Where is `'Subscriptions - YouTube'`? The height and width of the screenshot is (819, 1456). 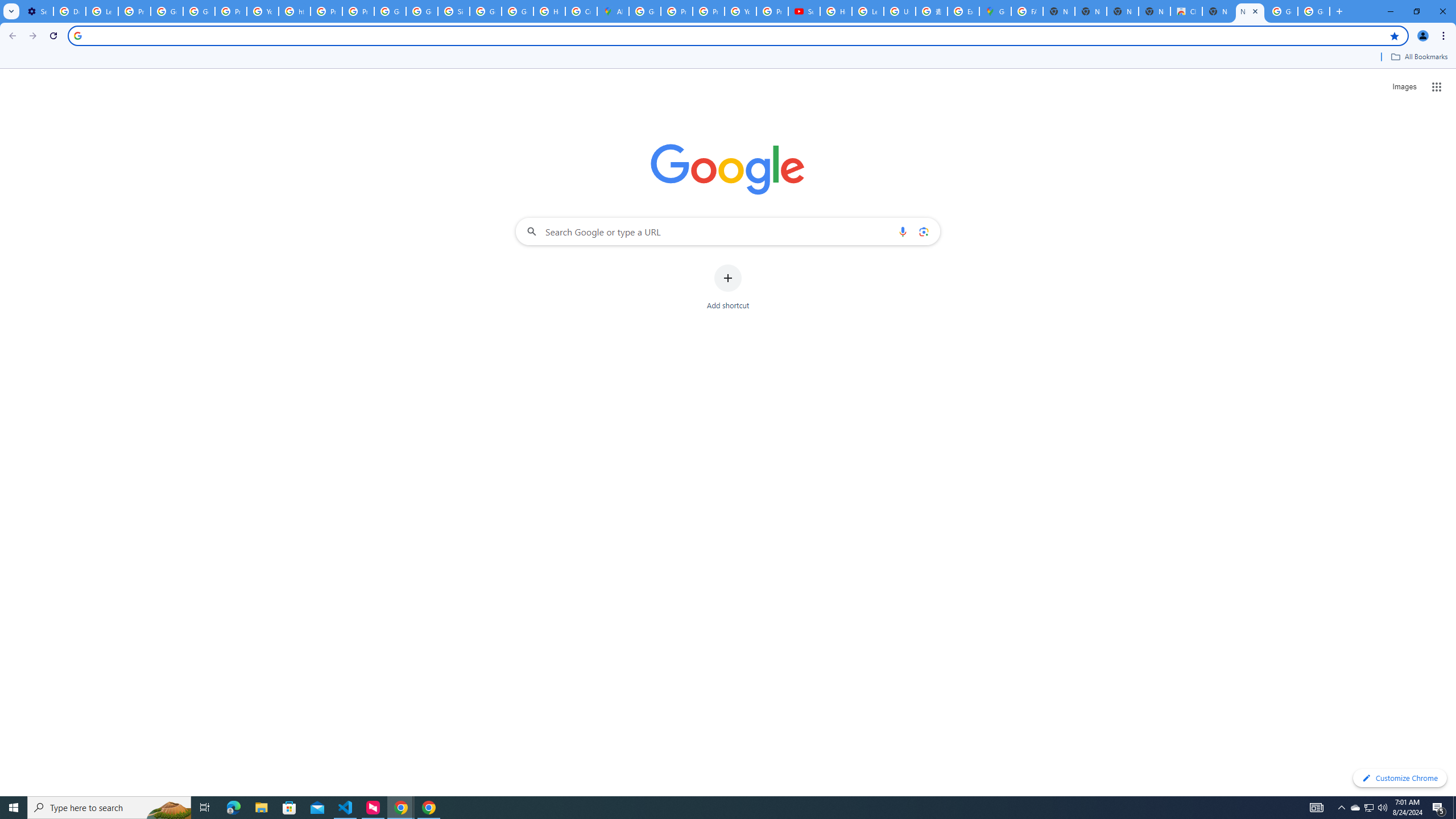 'Subscriptions - YouTube' is located at coordinates (804, 11).